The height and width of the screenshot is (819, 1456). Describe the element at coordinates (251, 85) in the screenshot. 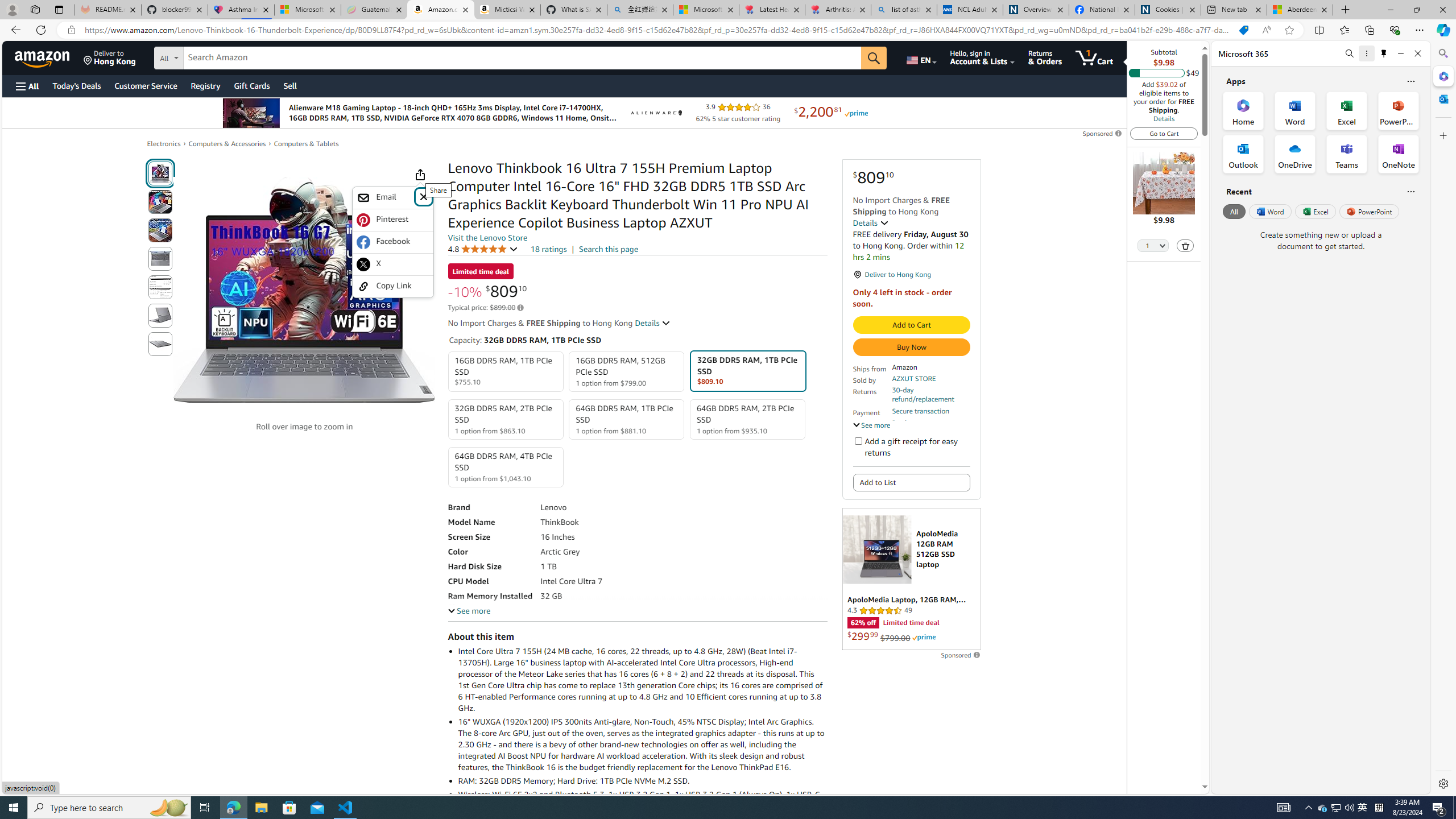

I see `'Gift Cards'` at that location.